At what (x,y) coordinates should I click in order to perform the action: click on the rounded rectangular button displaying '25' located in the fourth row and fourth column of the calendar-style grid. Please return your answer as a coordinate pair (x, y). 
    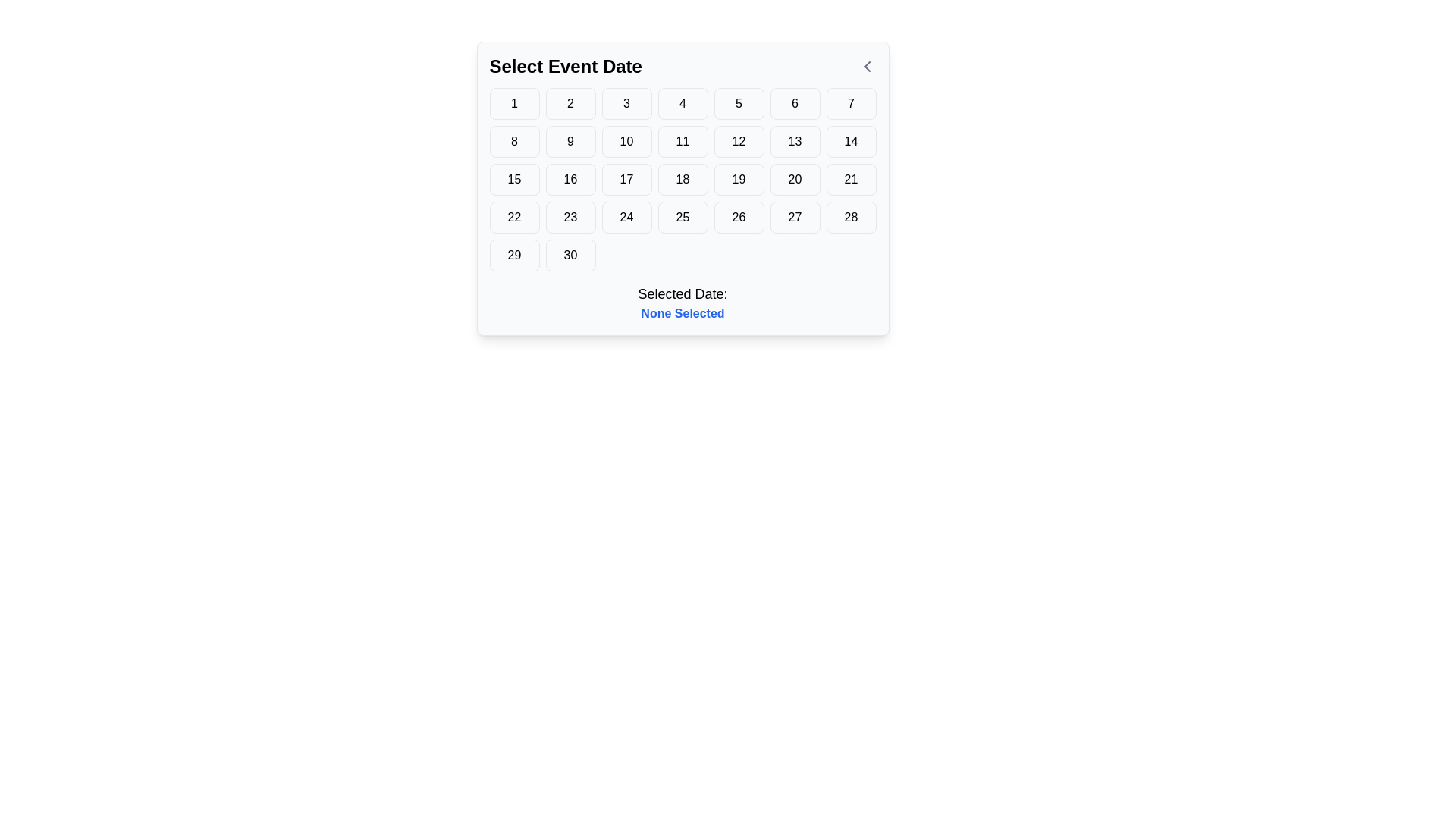
    Looking at the image, I should click on (682, 217).